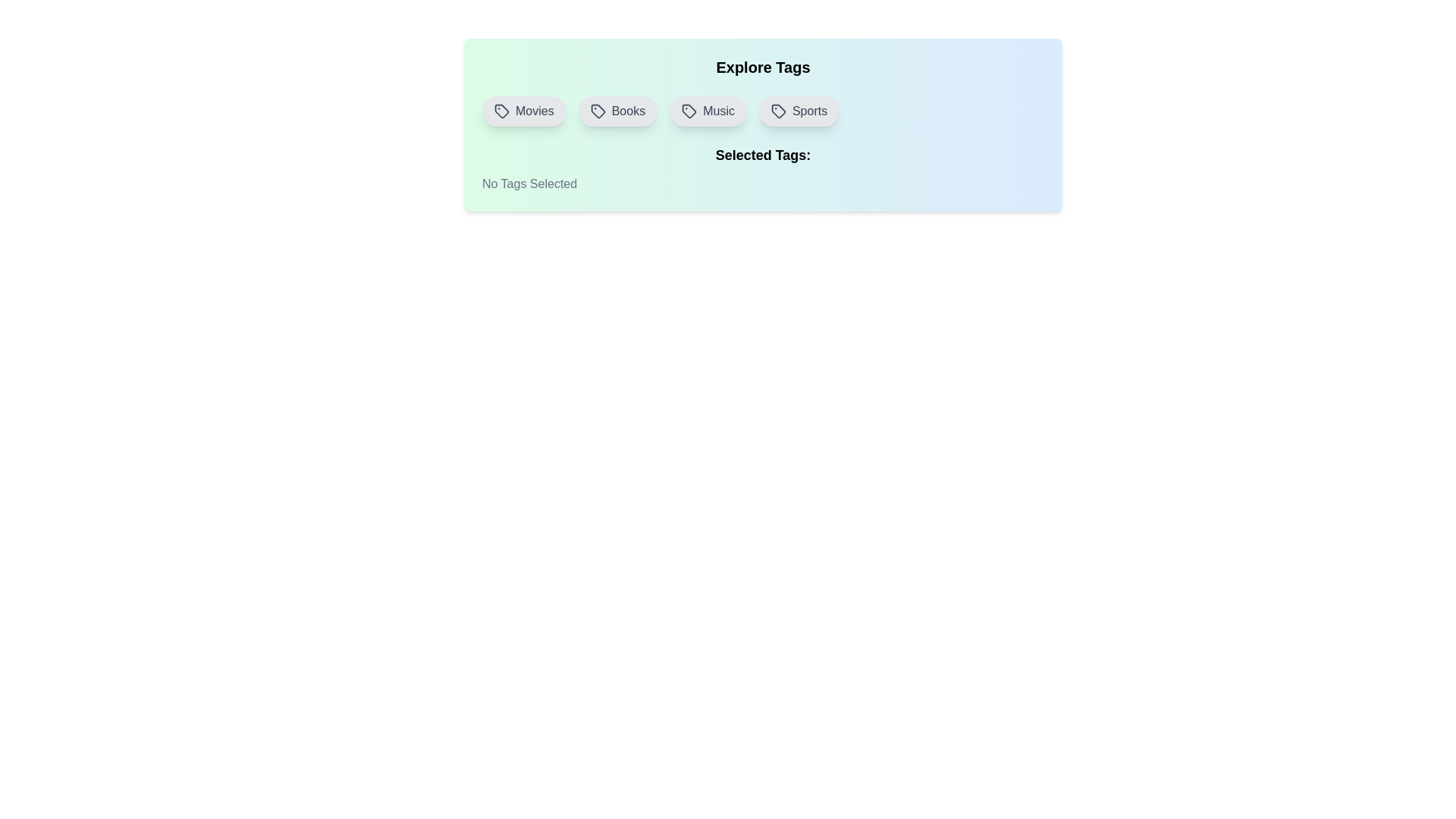  I want to click on the 'Movies' category icon in the 'Explore Tags' section, so click(502, 110).